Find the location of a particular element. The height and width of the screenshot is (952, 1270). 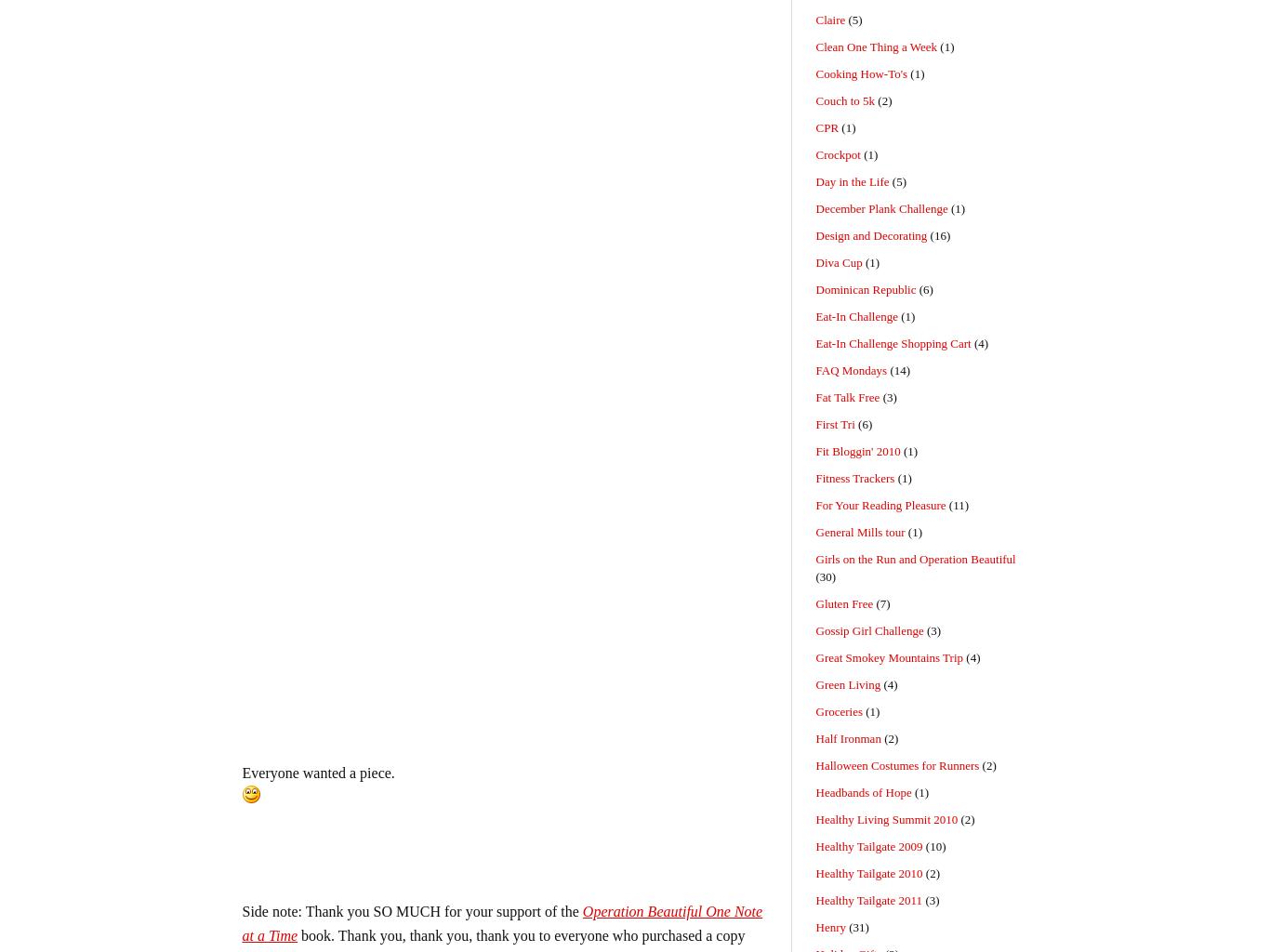

'Healthy Tailgate 2009' is located at coordinates (868, 845).